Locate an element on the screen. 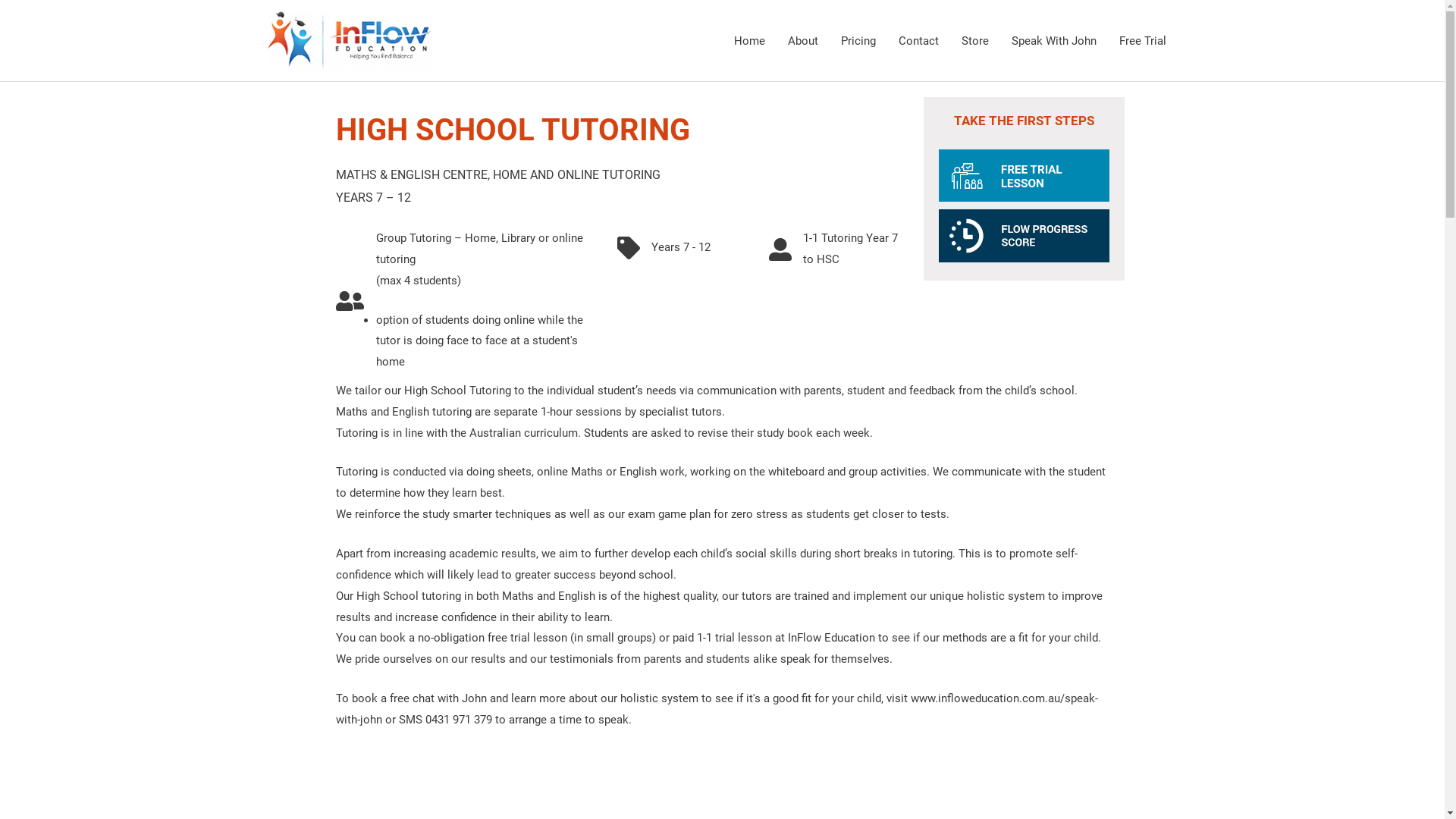 The height and width of the screenshot is (819, 1456). 'flow-progress-icon-1' is located at coordinates (1024, 236).